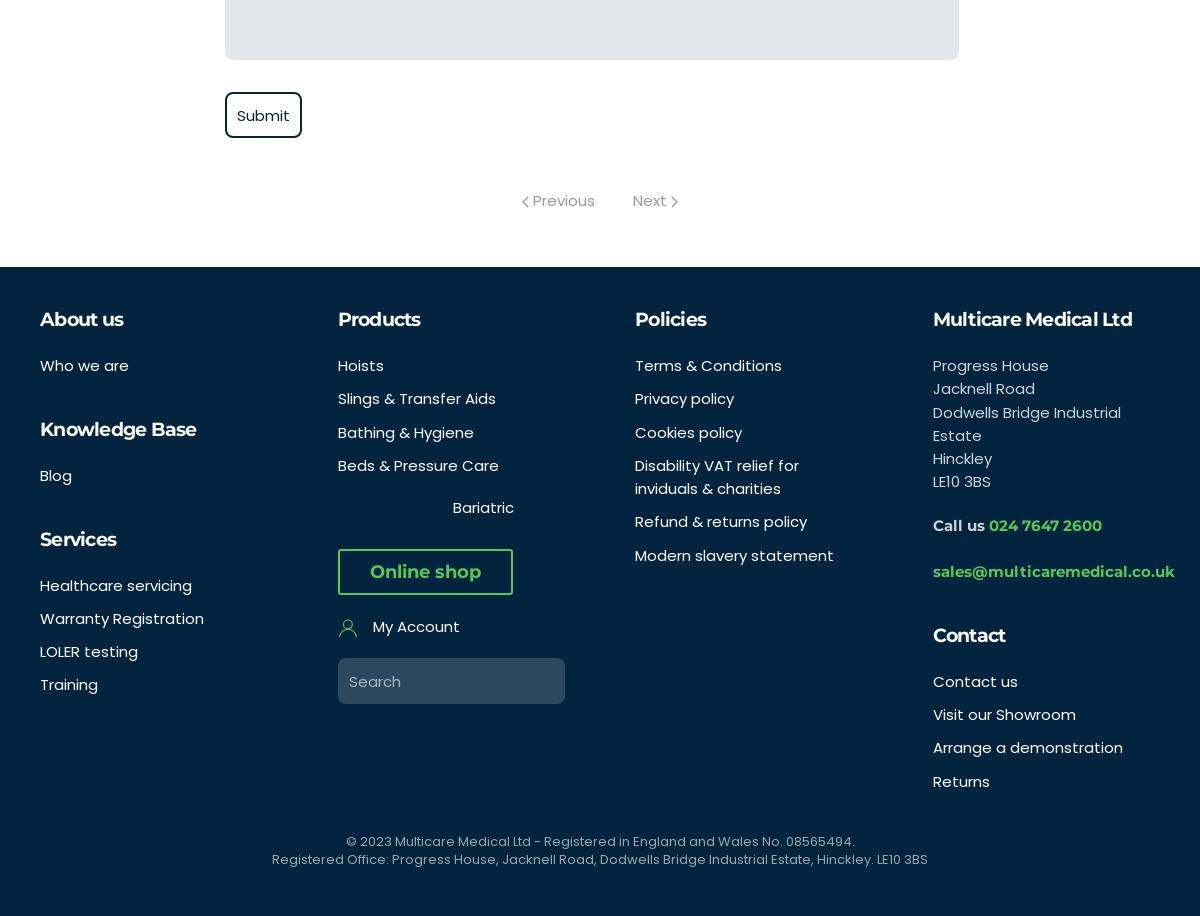 This screenshot has height=916, width=1200. I want to click on 'Policies', so click(670, 318).